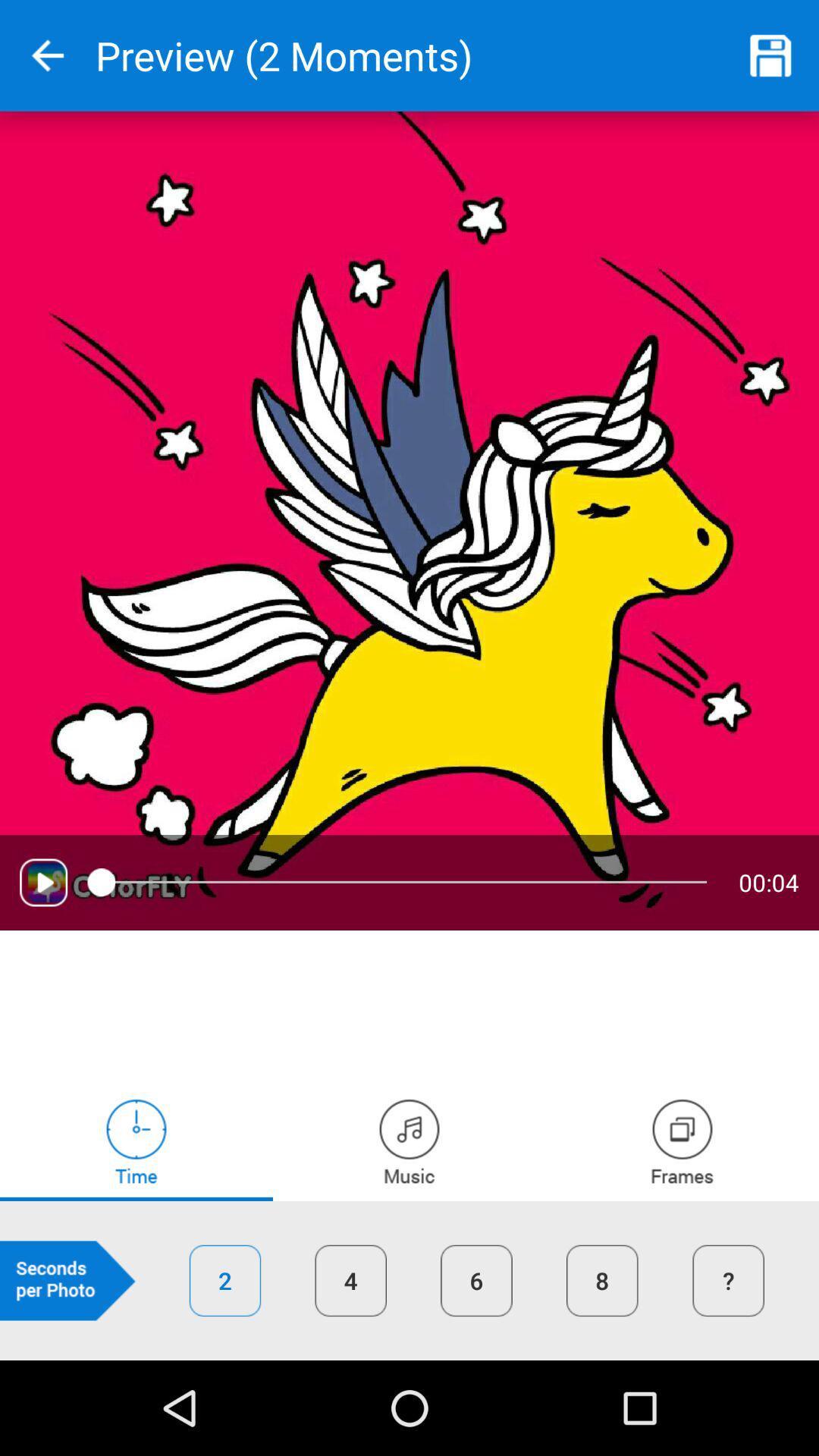 The image size is (819, 1456). What do you see at coordinates (42, 882) in the screenshot?
I see `media` at bounding box center [42, 882].